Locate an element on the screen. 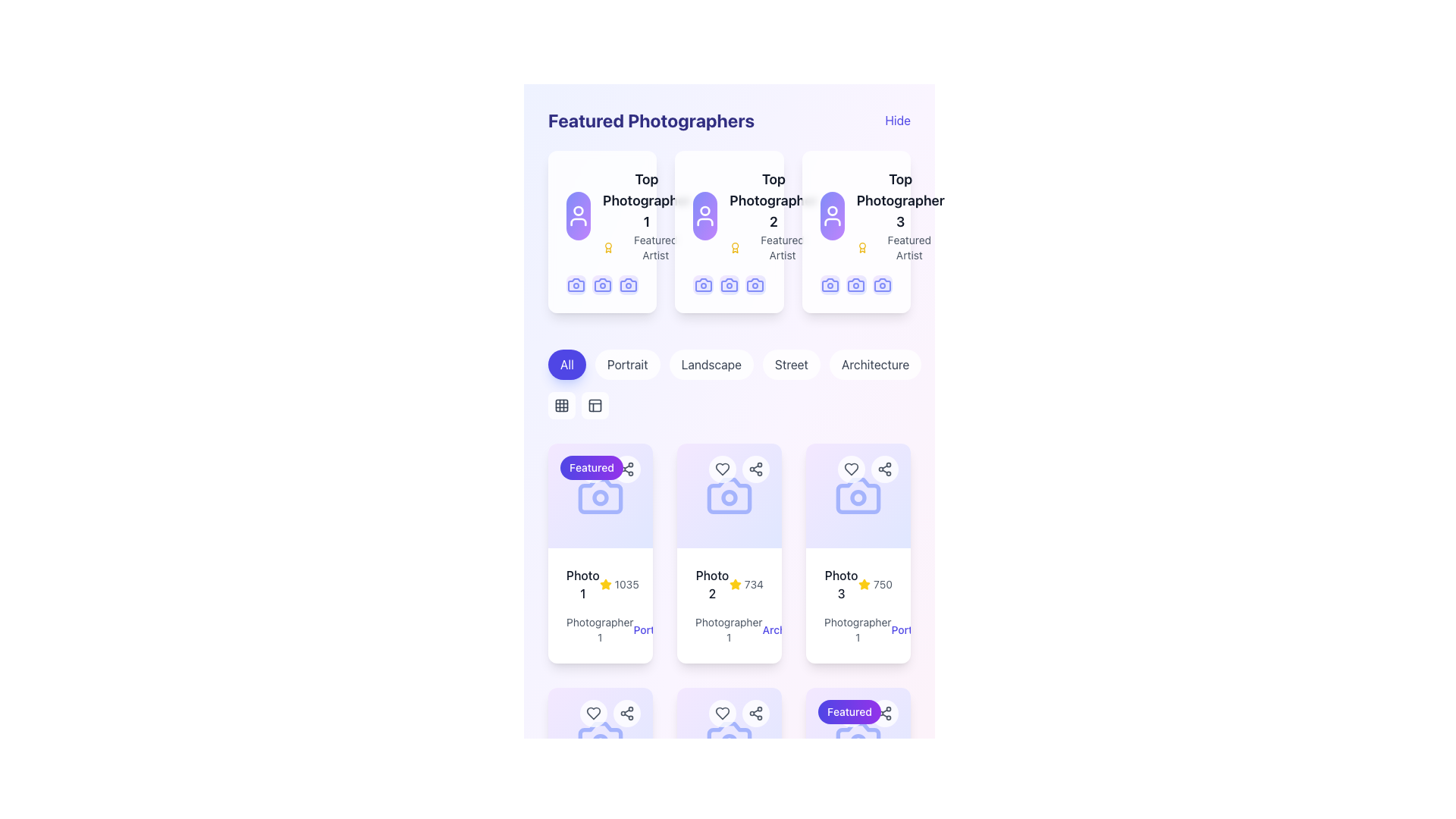  the descriptive text element that provides the name of the photographer, located within the second card in the grid of cards, near the bottom of the card and adjacent to the text 'Architecture' is located at coordinates (729, 630).